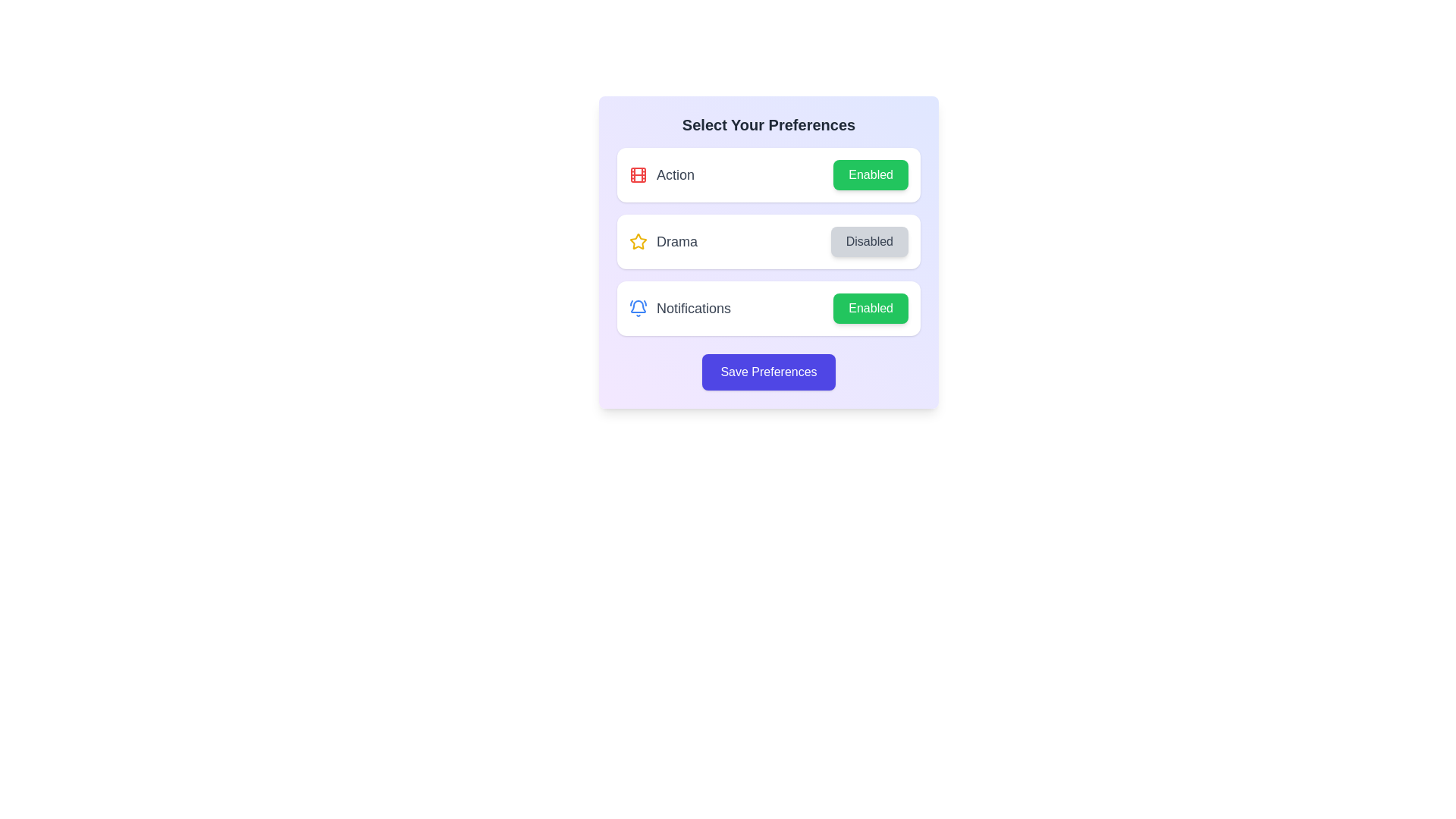 This screenshot has height=819, width=1456. I want to click on 'Save Preferences' button to save the current preferences, so click(768, 372).